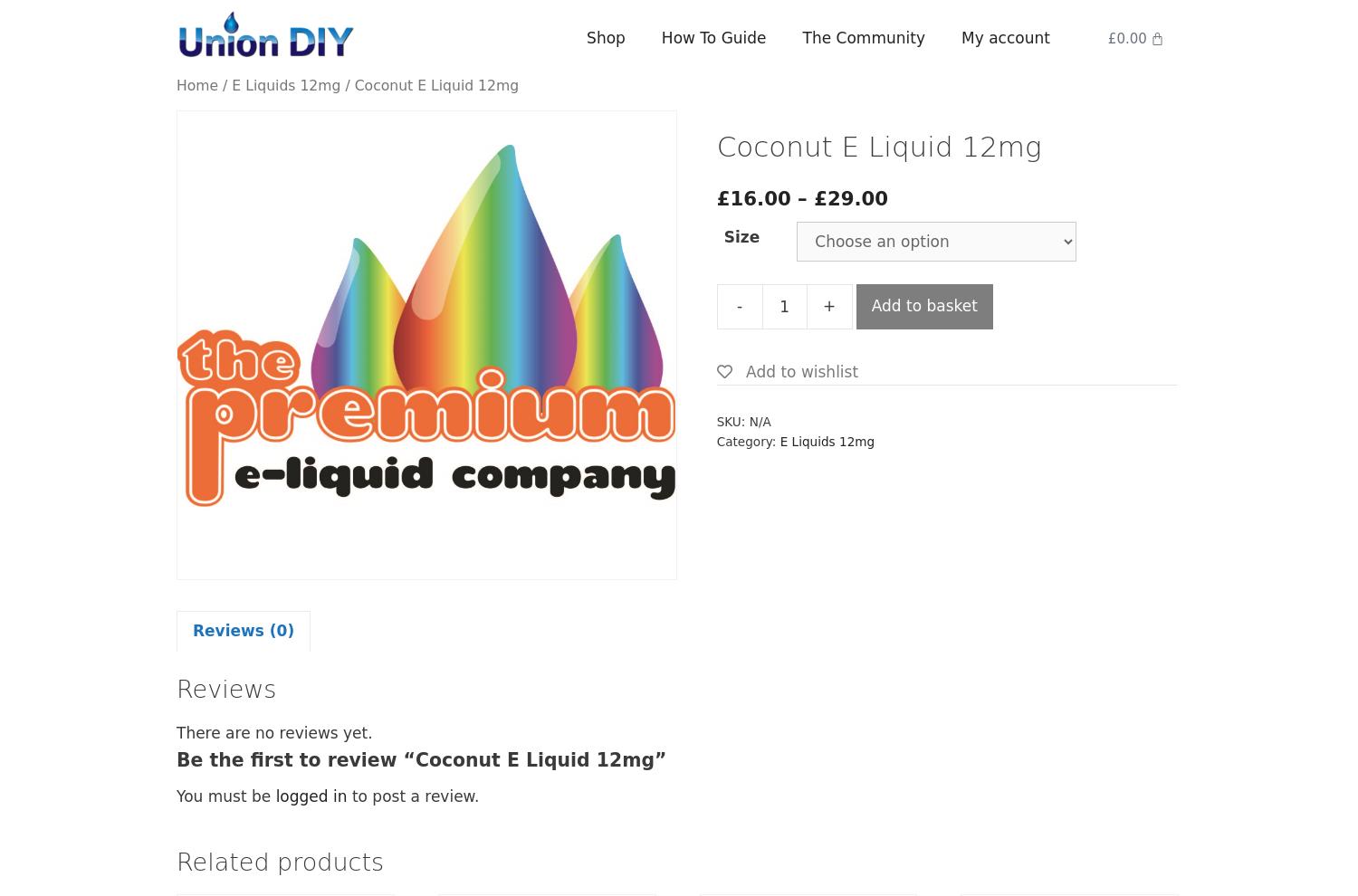 The image size is (1358, 896). I want to click on 'Add to wishlist', so click(802, 369).